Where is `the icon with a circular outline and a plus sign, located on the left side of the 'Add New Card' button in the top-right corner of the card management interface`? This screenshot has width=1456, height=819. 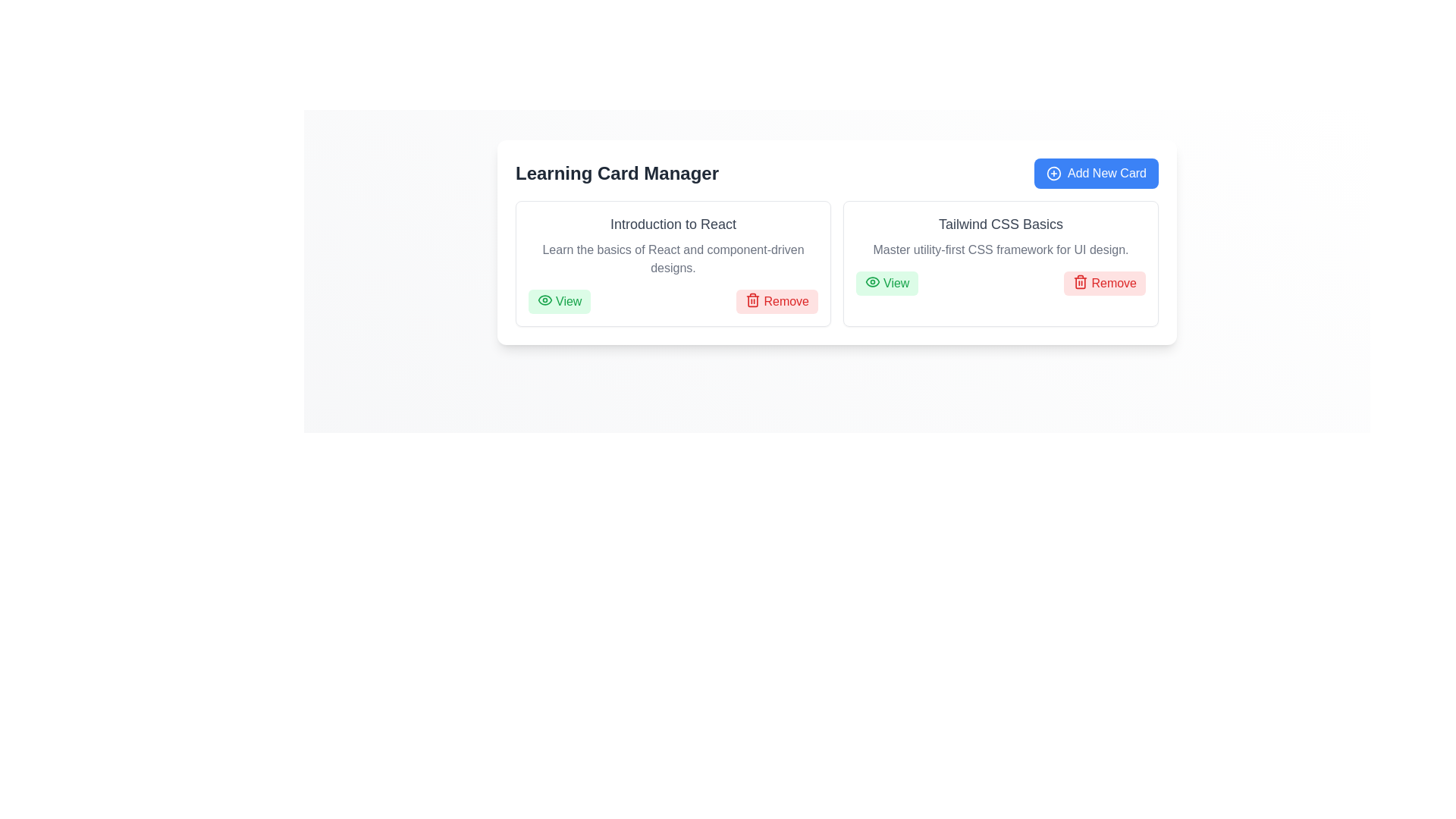
the icon with a circular outline and a plus sign, located on the left side of the 'Add New Card' button in the top-right corner of the card management interface is located at coordinates (1053, 172).